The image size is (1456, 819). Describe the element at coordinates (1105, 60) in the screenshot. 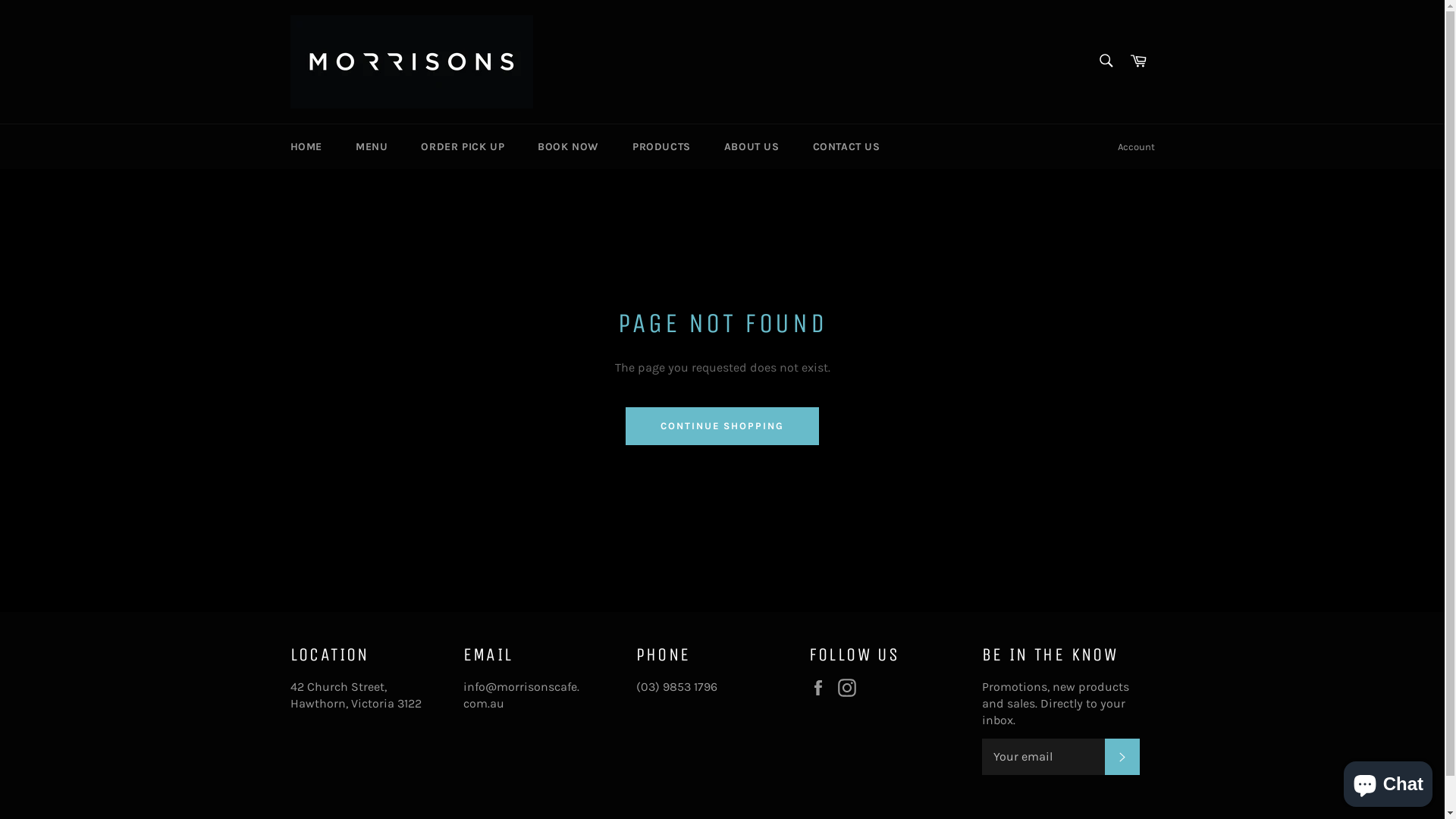

I see `'Search'` at that location.